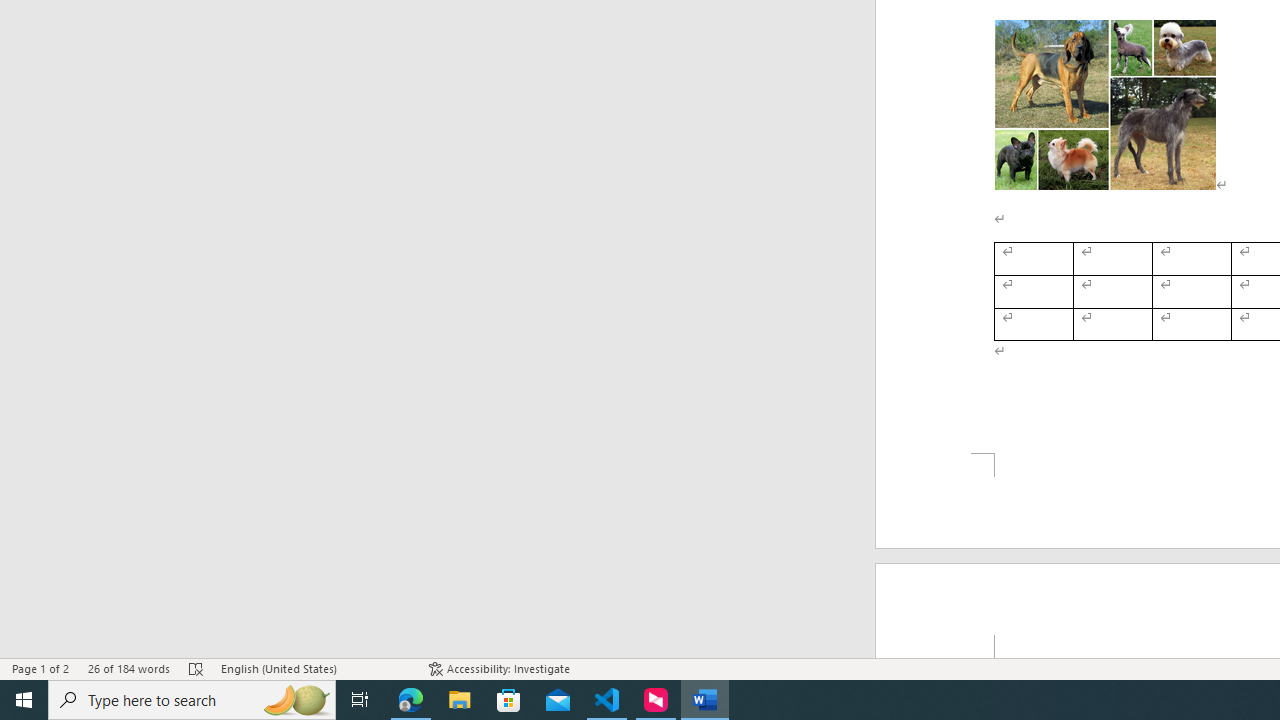 Image resolution: width=1280 pixels, height=720 pixels. Describe the element at coordinates (196, 669) in the screenshot. I see `'Spelling and Grammar Check Errors'` at that location.